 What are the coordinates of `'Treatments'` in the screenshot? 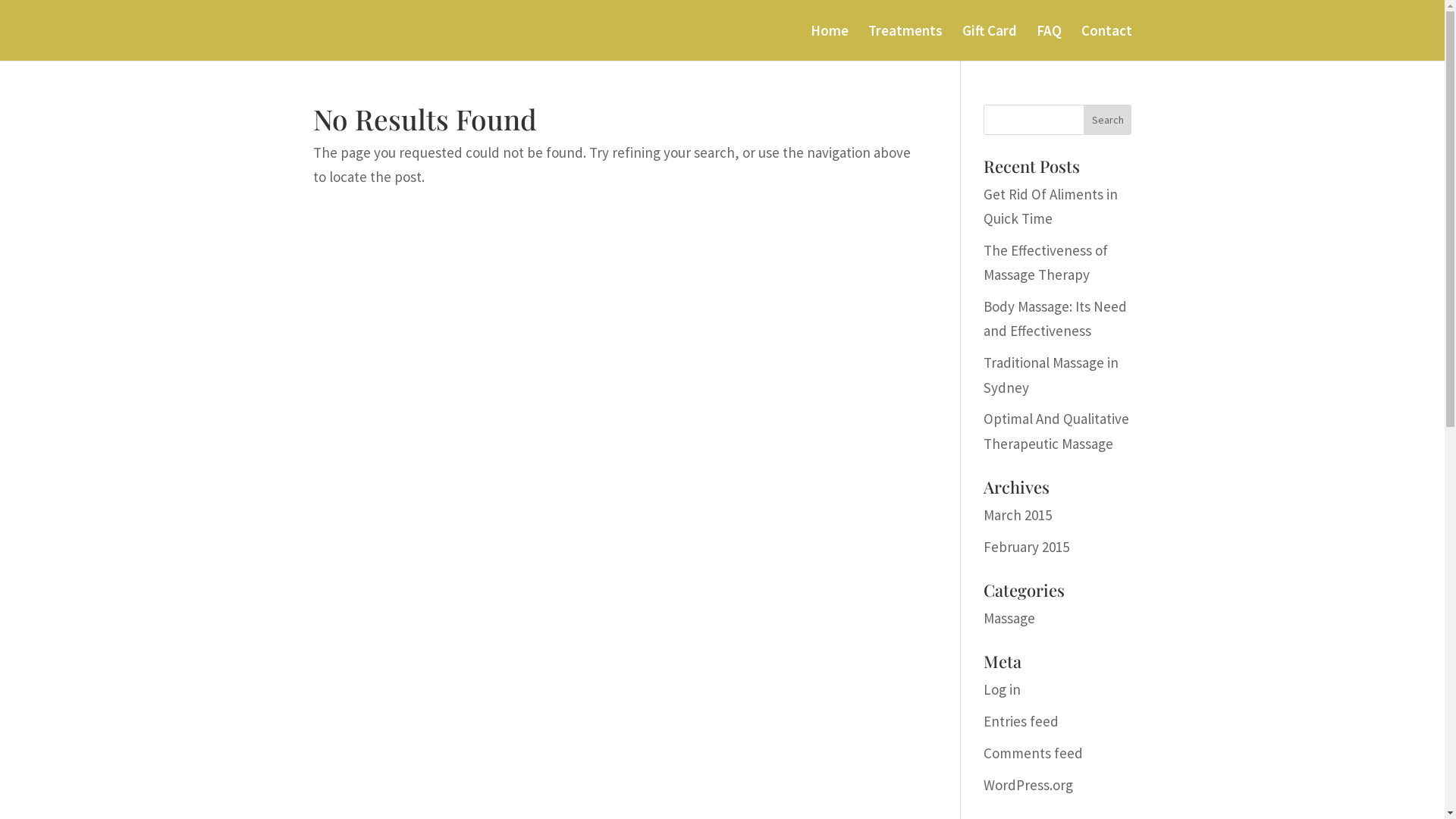 It's located at (905, 42).